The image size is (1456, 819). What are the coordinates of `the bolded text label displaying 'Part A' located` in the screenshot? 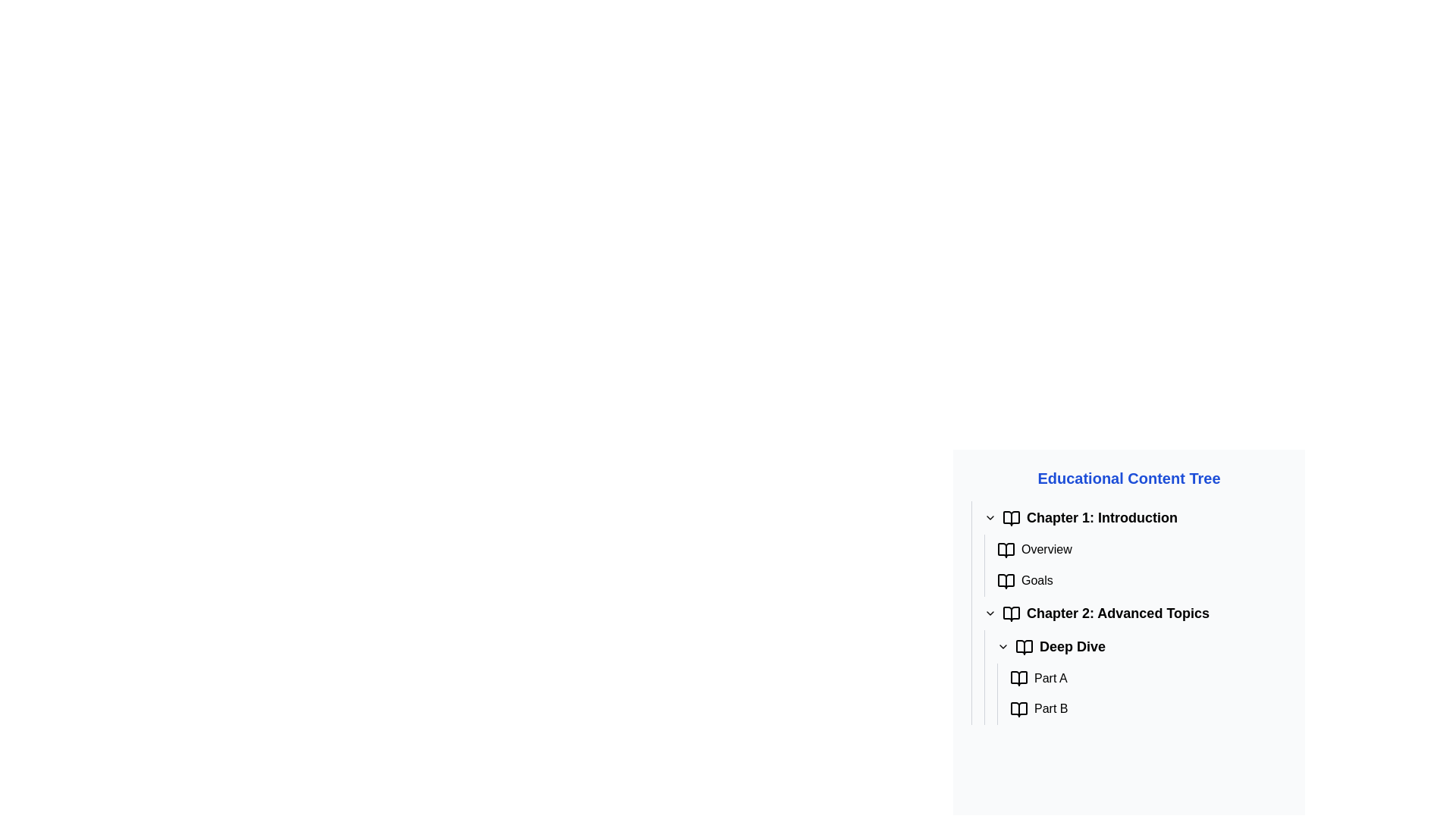 It's located at (1037, 677).